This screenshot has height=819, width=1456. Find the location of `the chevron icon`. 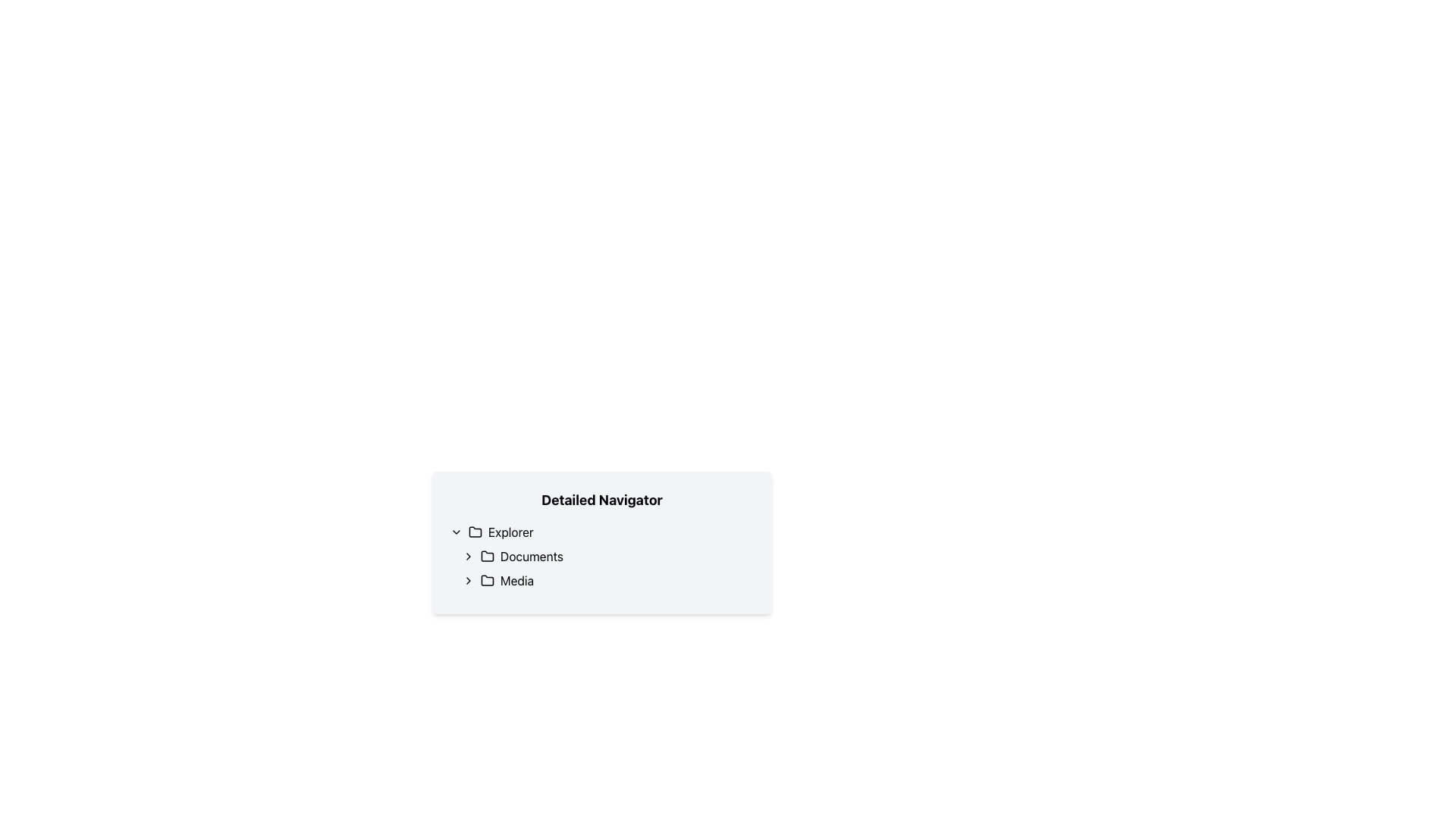

the chevron icon is located at coordinates (468, 580).